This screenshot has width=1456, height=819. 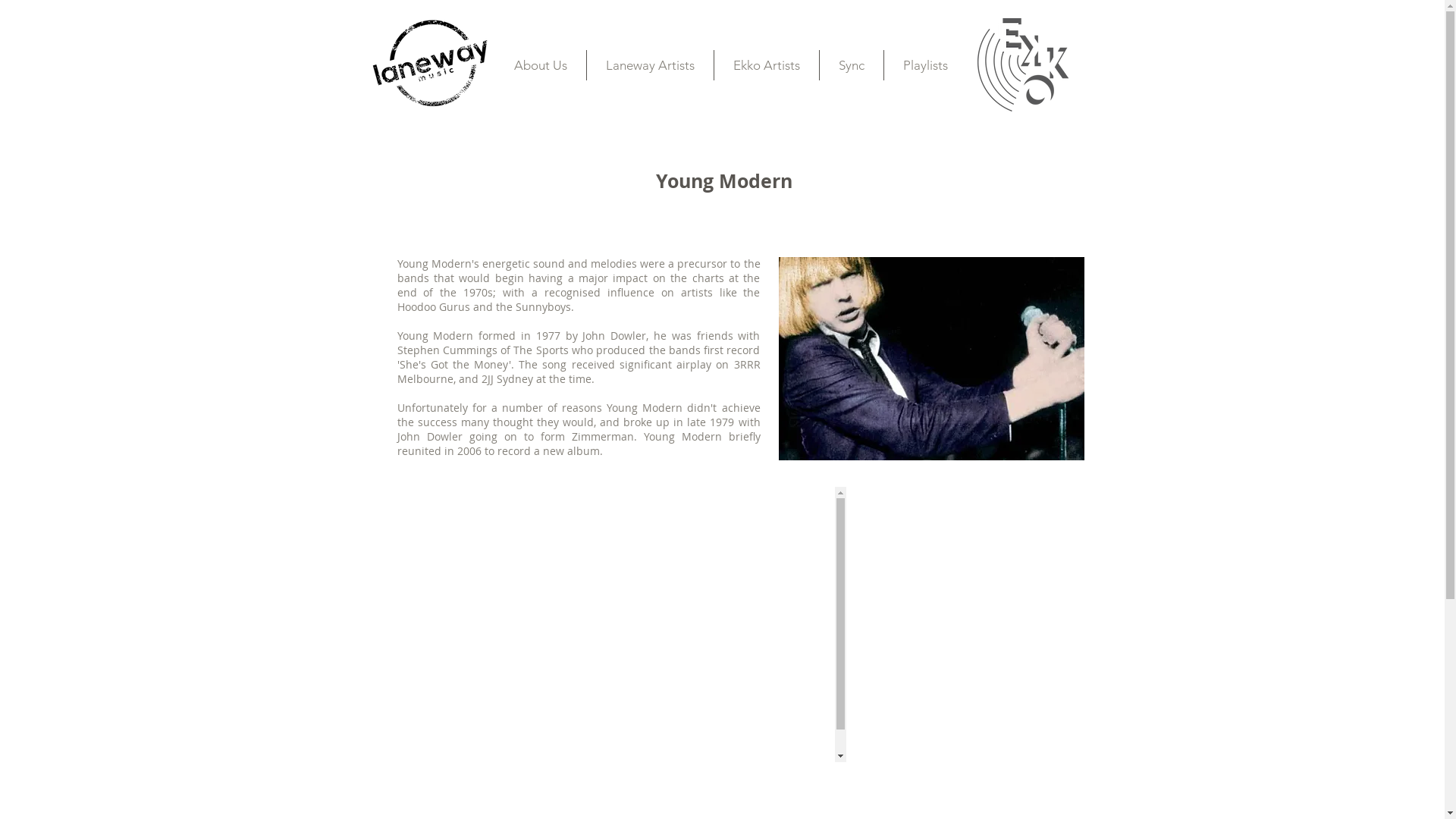 What do you see at coordinates (650, 64) in the screenshot?
I see `'Laneway Artists'` at bounding box center [650, 64].